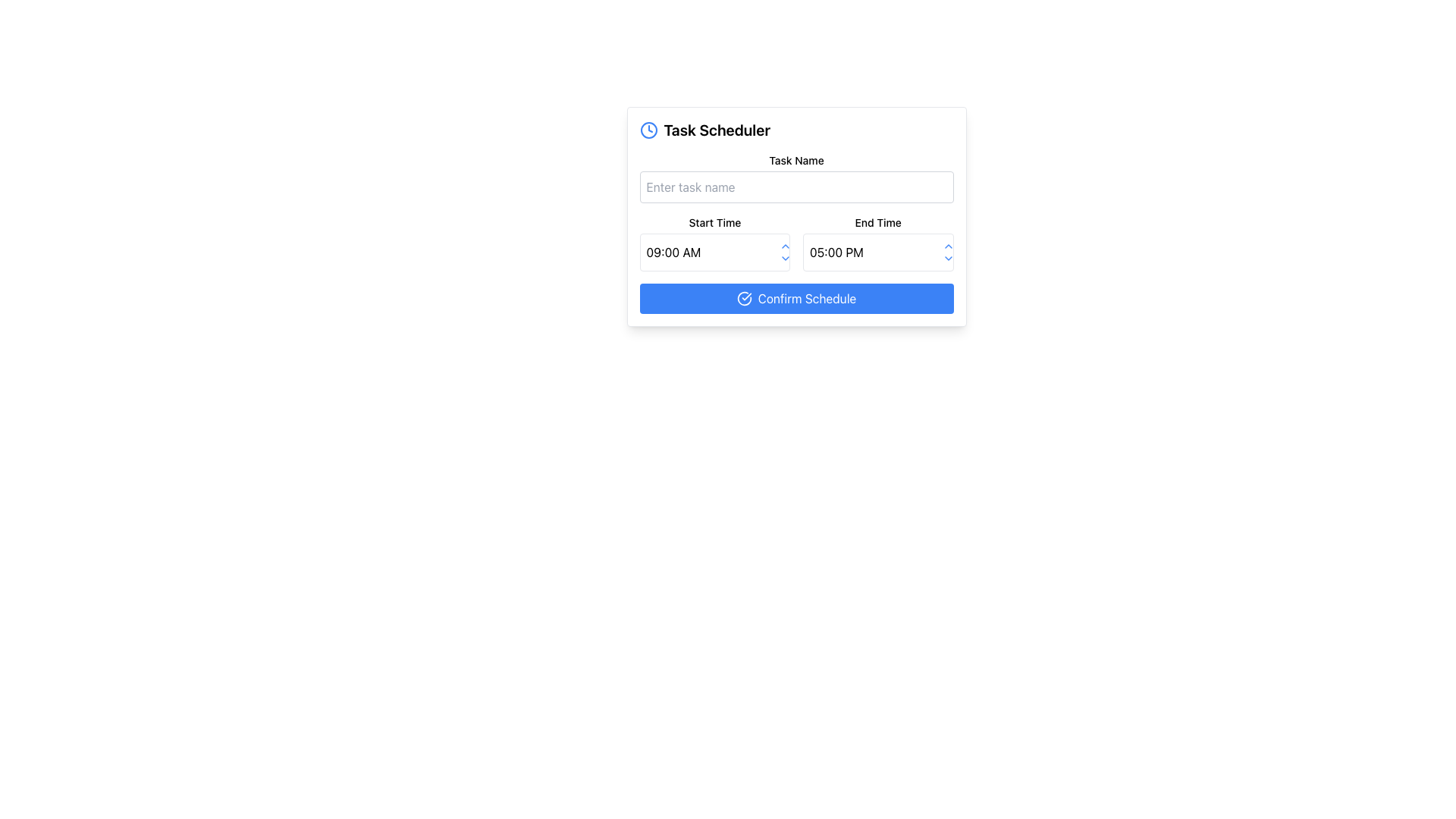 Image resolution: width=1456 pixels, height=819 pixels. Describe the element at coordinates (795, 161) in the screenshot. I see `the 'Task Name' label element, which is styled with a medium-sized bold font and is located above the input field in the 'Task Scheduler' layout` at that location.